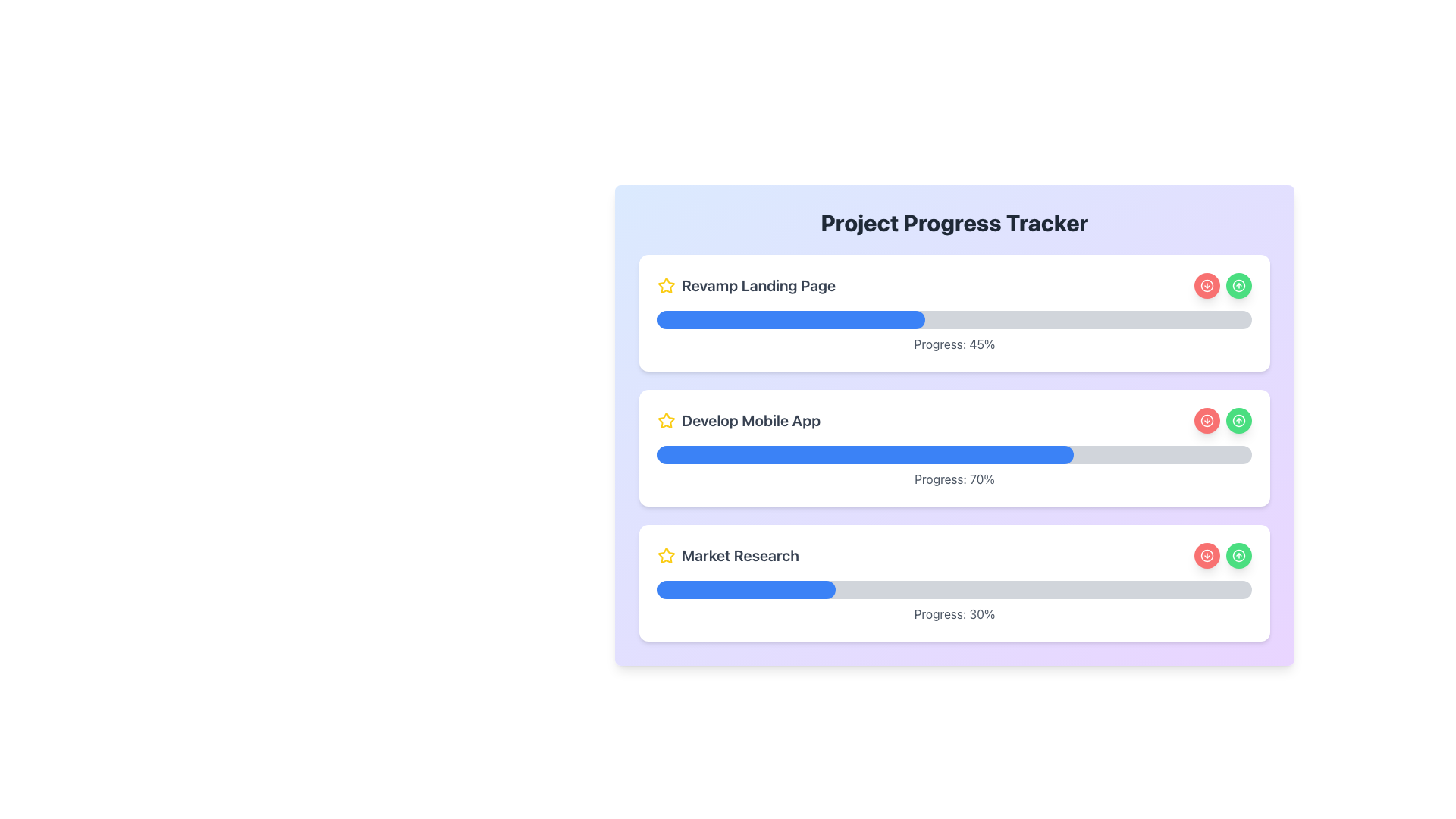 The width and height of the screenshot is (1456, 819). What do you see at coordinates (1207, 421) in the screenshot?
I see `the SVG Circle representing a downward arrow in the upper-right corner of the 'Develop Mobile App' task card` at bounding box center [1207, 421].